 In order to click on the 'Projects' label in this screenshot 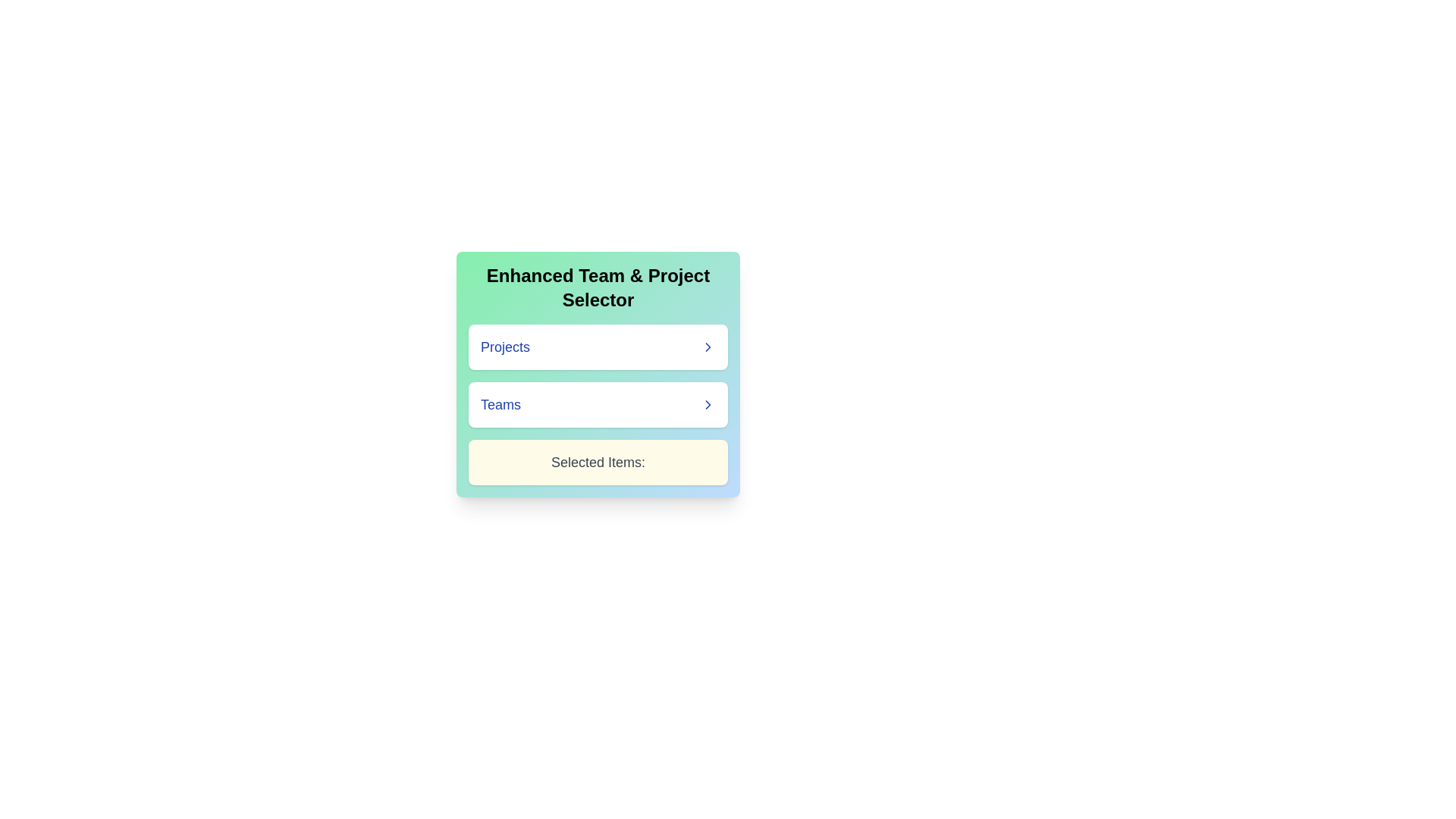, I will do `click(505, 347)`.